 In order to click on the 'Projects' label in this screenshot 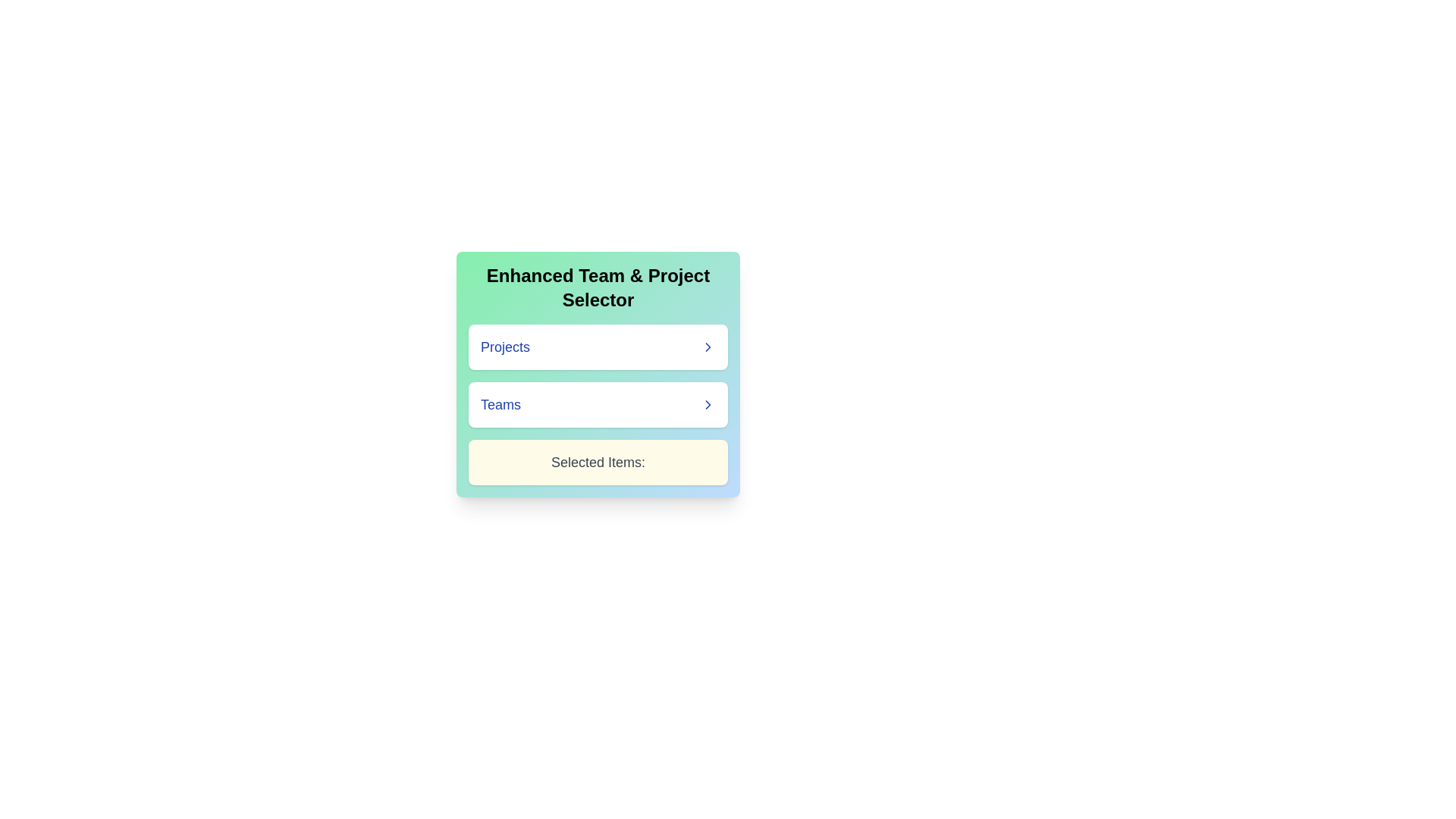, I will do `click(505, 347)`.